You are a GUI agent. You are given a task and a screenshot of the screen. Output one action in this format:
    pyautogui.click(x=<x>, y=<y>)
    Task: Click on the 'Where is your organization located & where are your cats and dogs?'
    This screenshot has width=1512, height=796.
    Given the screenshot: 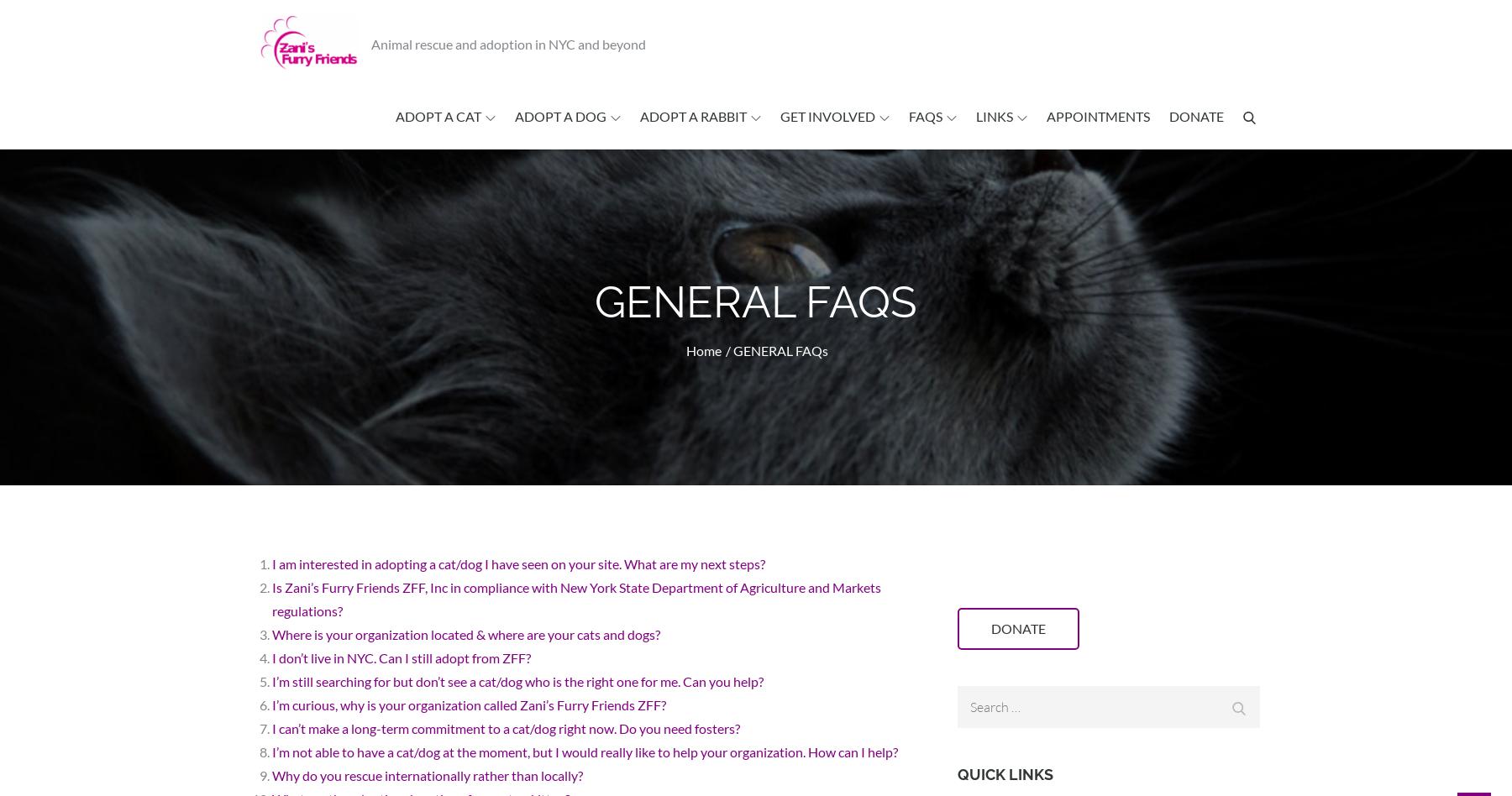 What is the action you would take?
    pyautogui.click(x=271, y=634)
    